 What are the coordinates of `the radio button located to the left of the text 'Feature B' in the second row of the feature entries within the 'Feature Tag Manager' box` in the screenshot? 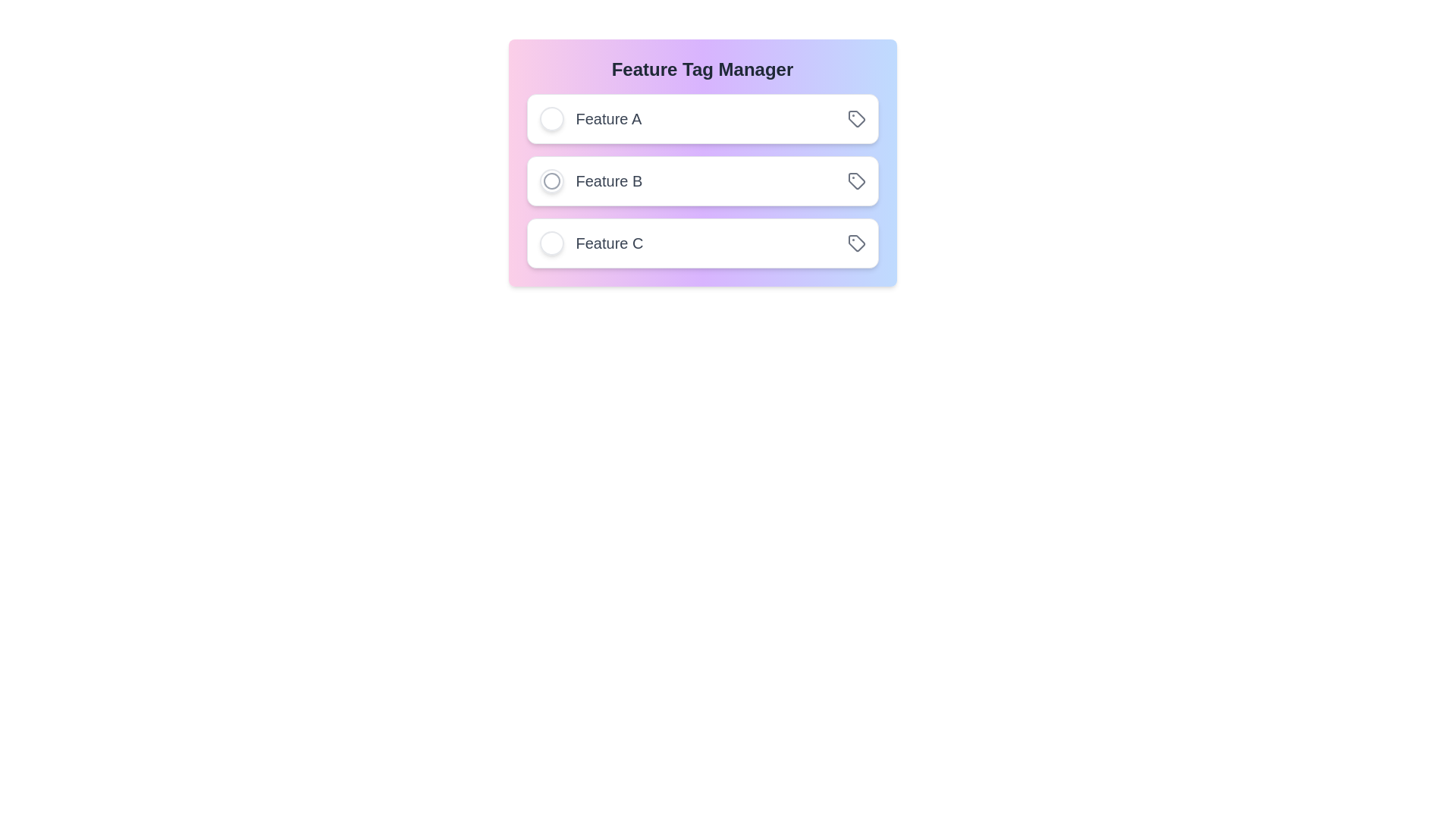 It's located at (551, 180).